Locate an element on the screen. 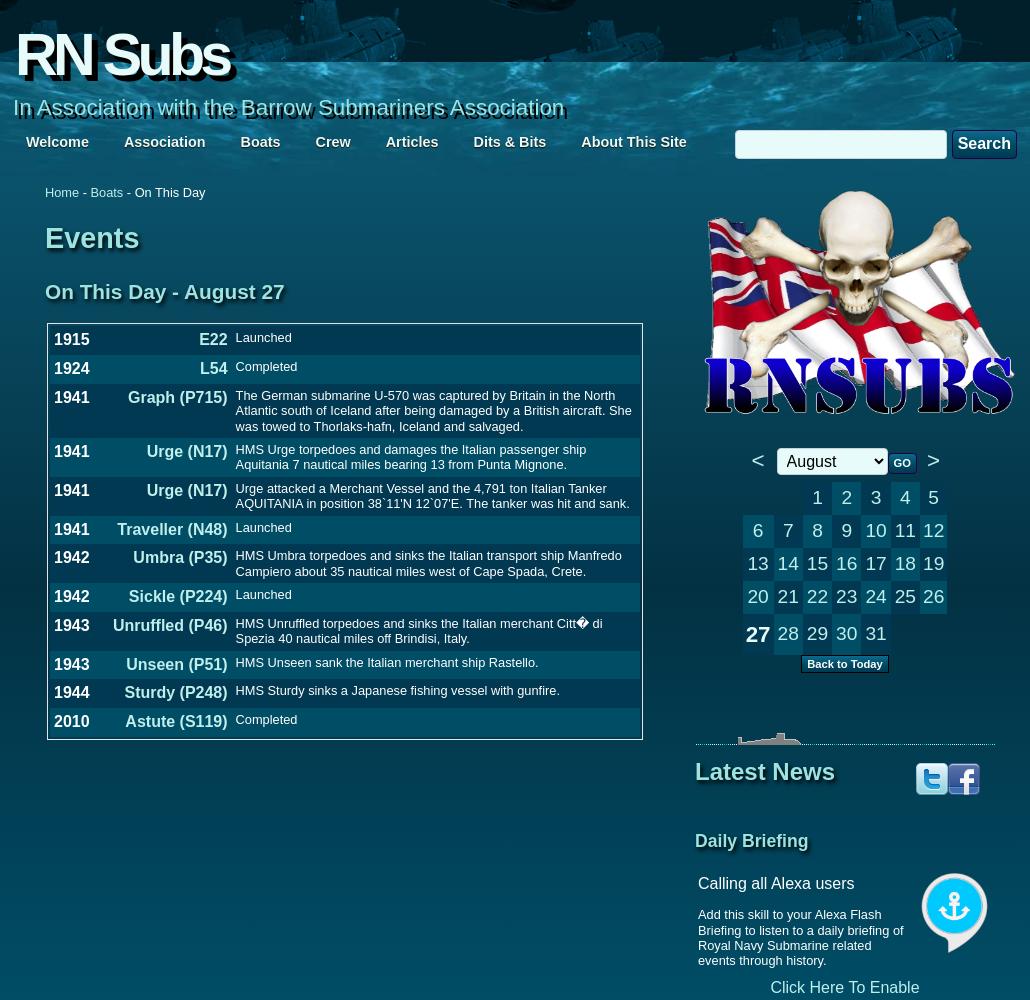  '1915' is located at coordinates (71, 338).